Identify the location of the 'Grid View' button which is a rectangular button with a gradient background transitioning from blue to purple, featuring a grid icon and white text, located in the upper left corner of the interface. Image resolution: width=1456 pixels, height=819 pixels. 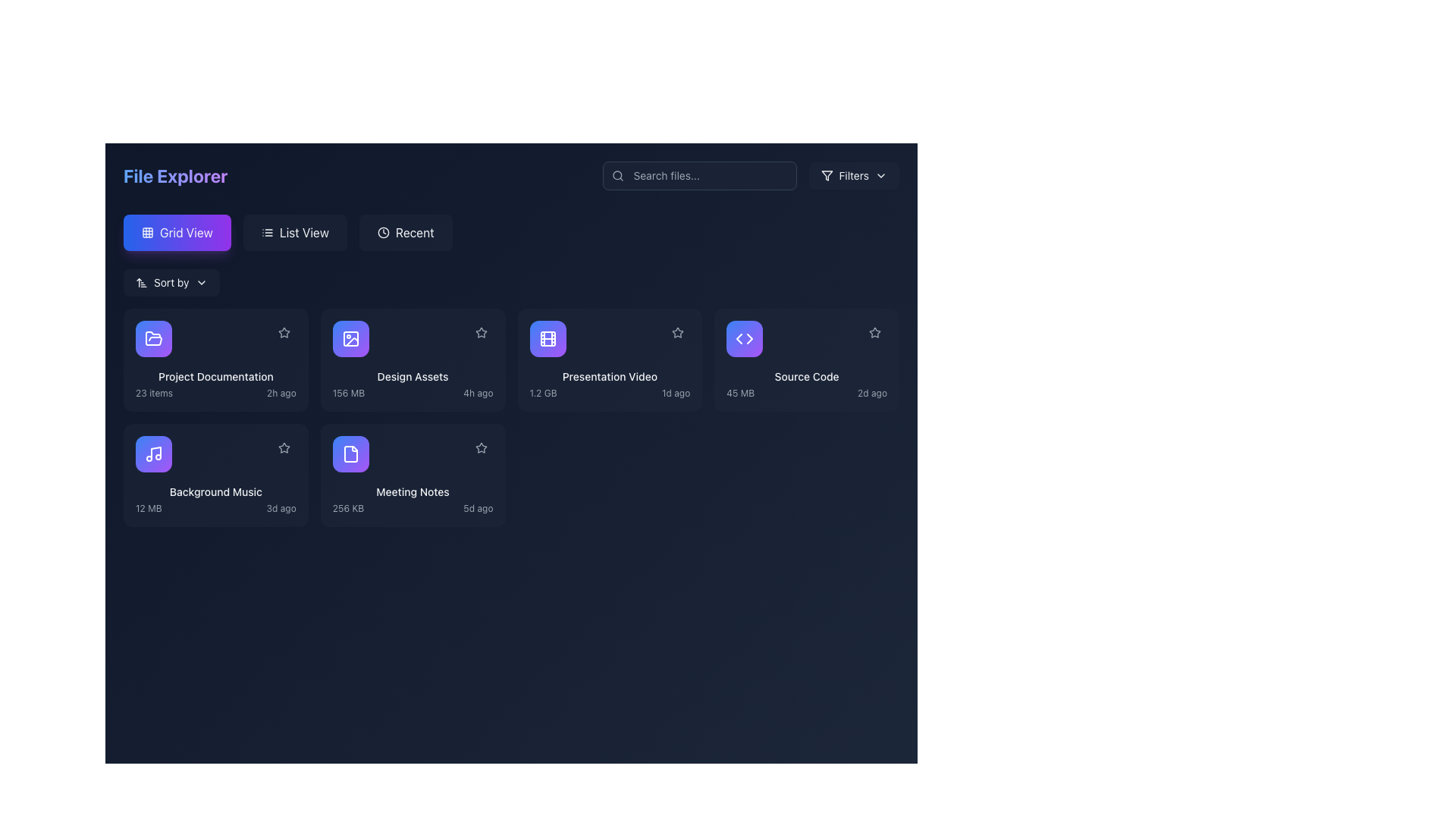
(177, 233).